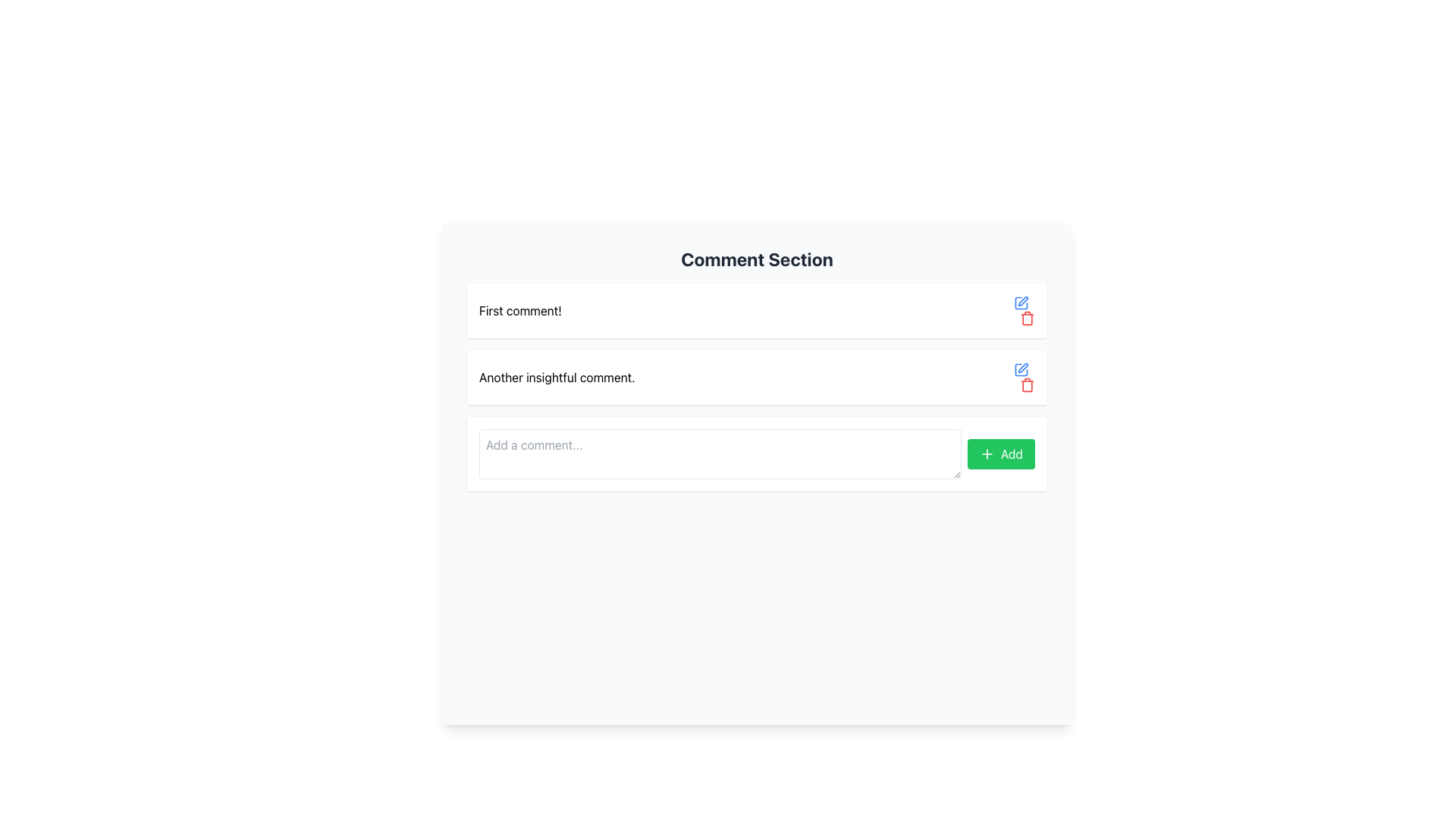 The height and width of the screenshot is (819, 1456). Describe the element at coordinates (987, 453) in the screenshot. I see `the decorative icon adjacent to the 'Add' button in the 'Comment Section' to emphasize its purpose for adding comments or items` at that location.